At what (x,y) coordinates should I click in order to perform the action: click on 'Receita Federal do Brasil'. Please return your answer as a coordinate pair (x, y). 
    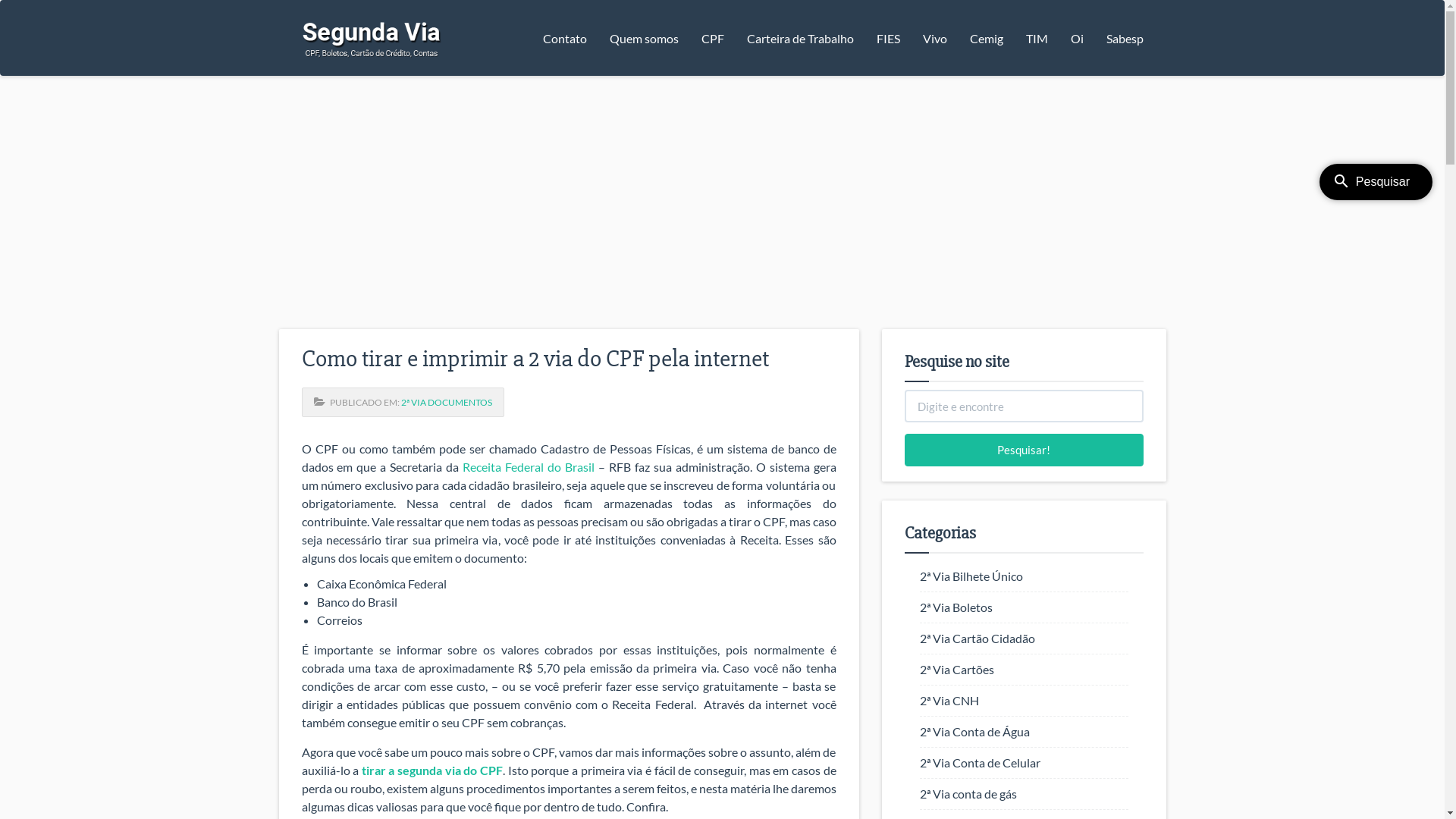
    Looking at the image, I should click on (528, 466).